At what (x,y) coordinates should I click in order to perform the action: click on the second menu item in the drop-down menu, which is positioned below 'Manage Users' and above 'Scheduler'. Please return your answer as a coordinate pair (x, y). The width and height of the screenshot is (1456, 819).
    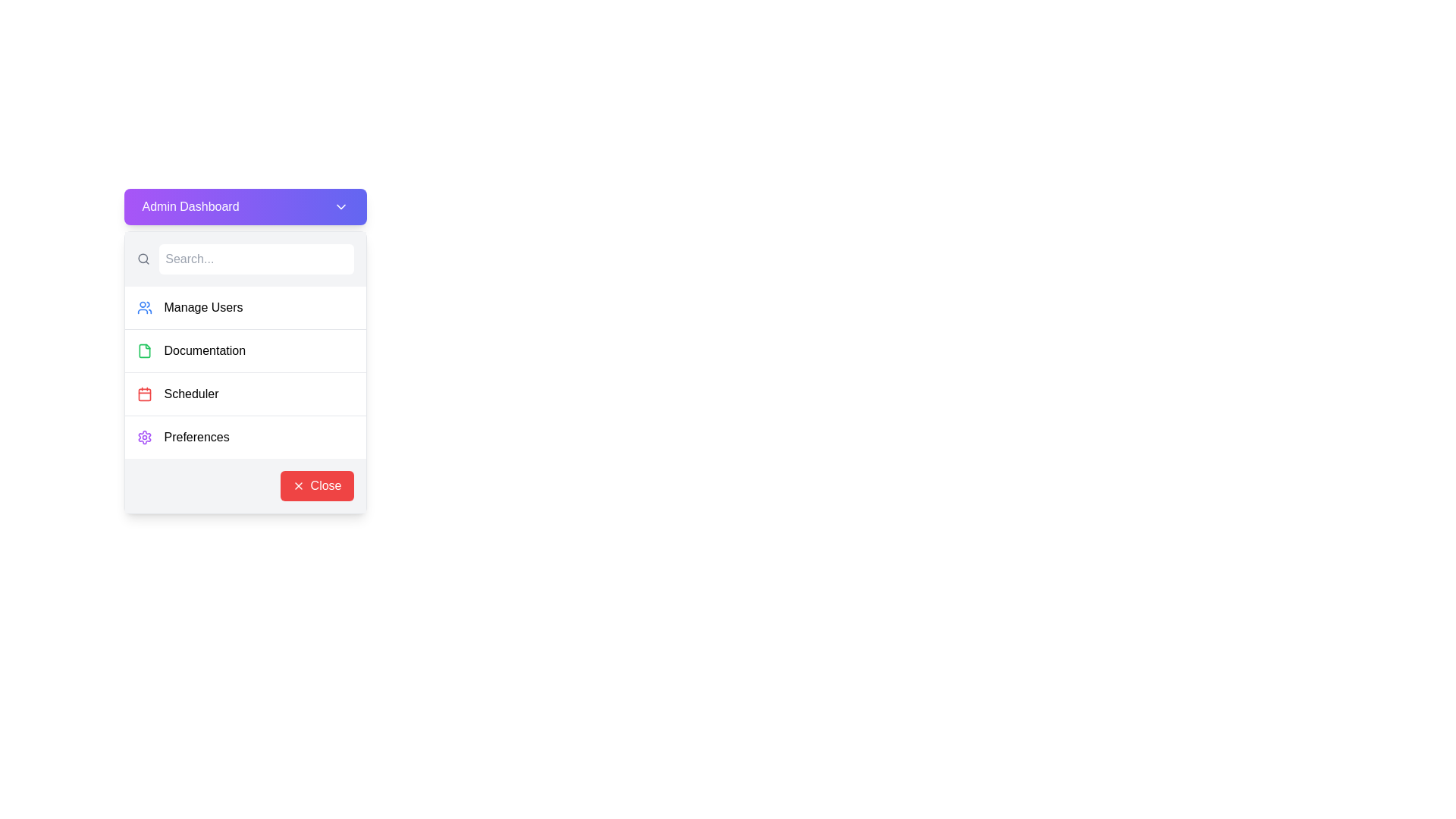
    Looking at the image, I should click on (245, 350).